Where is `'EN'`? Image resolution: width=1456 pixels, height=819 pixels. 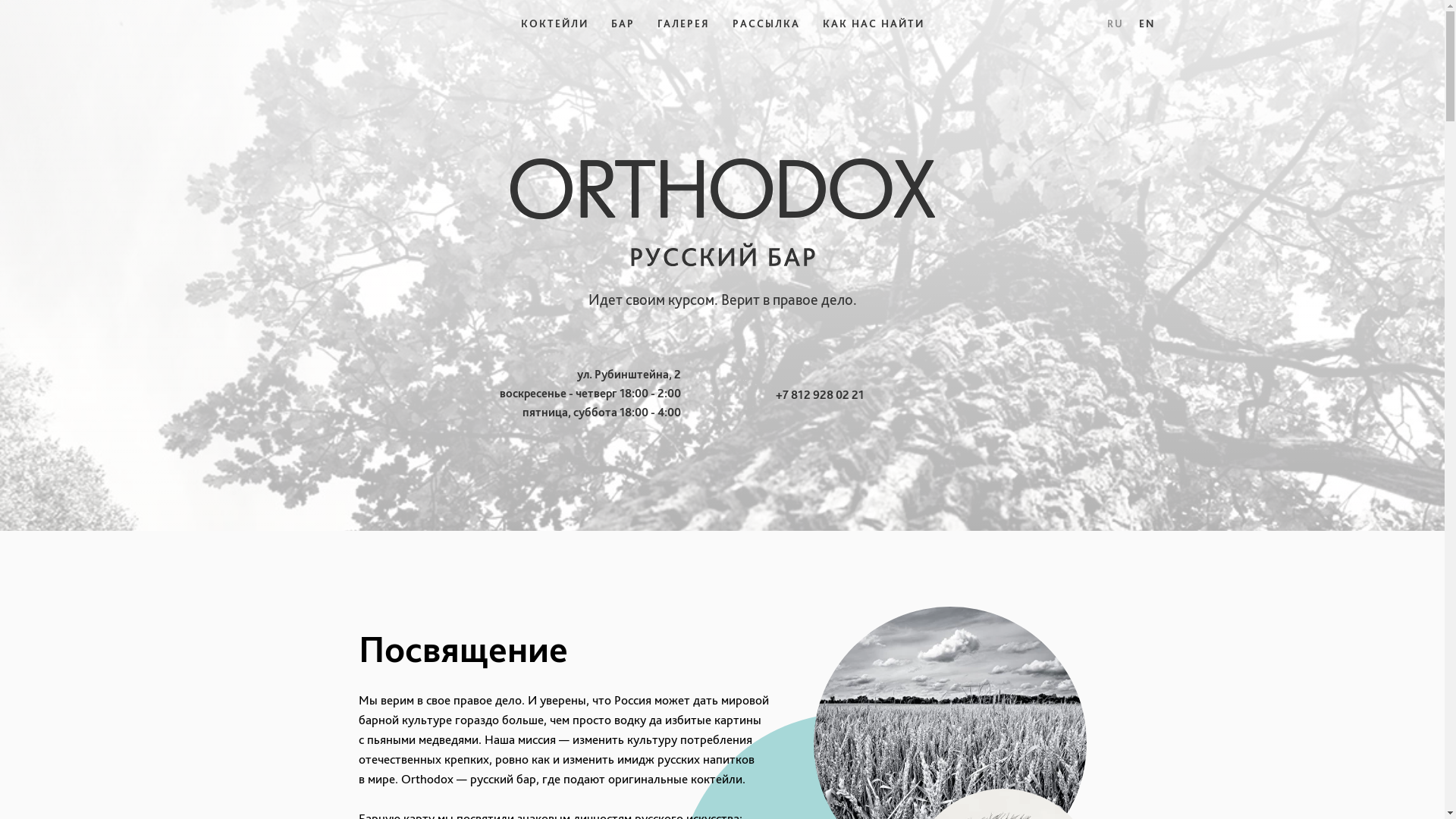
'EN' is located at coordinates (1147, 23).